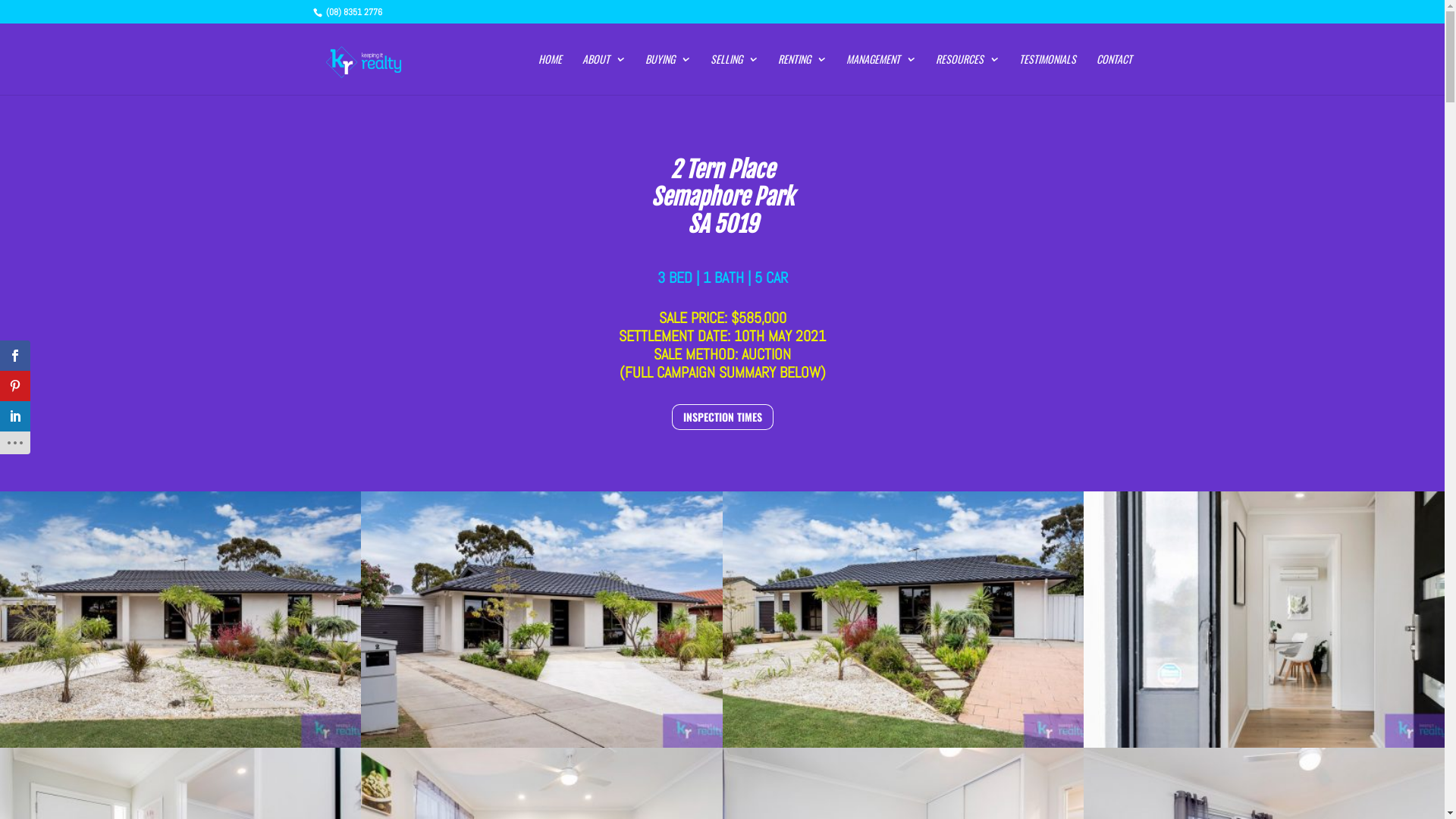 Image resolution: width=1456 pixels, height=819 pixels. Describe the element at coordinates (722, 417) in the screenshot. I see `'INSPECTION TIMES'` at that location.